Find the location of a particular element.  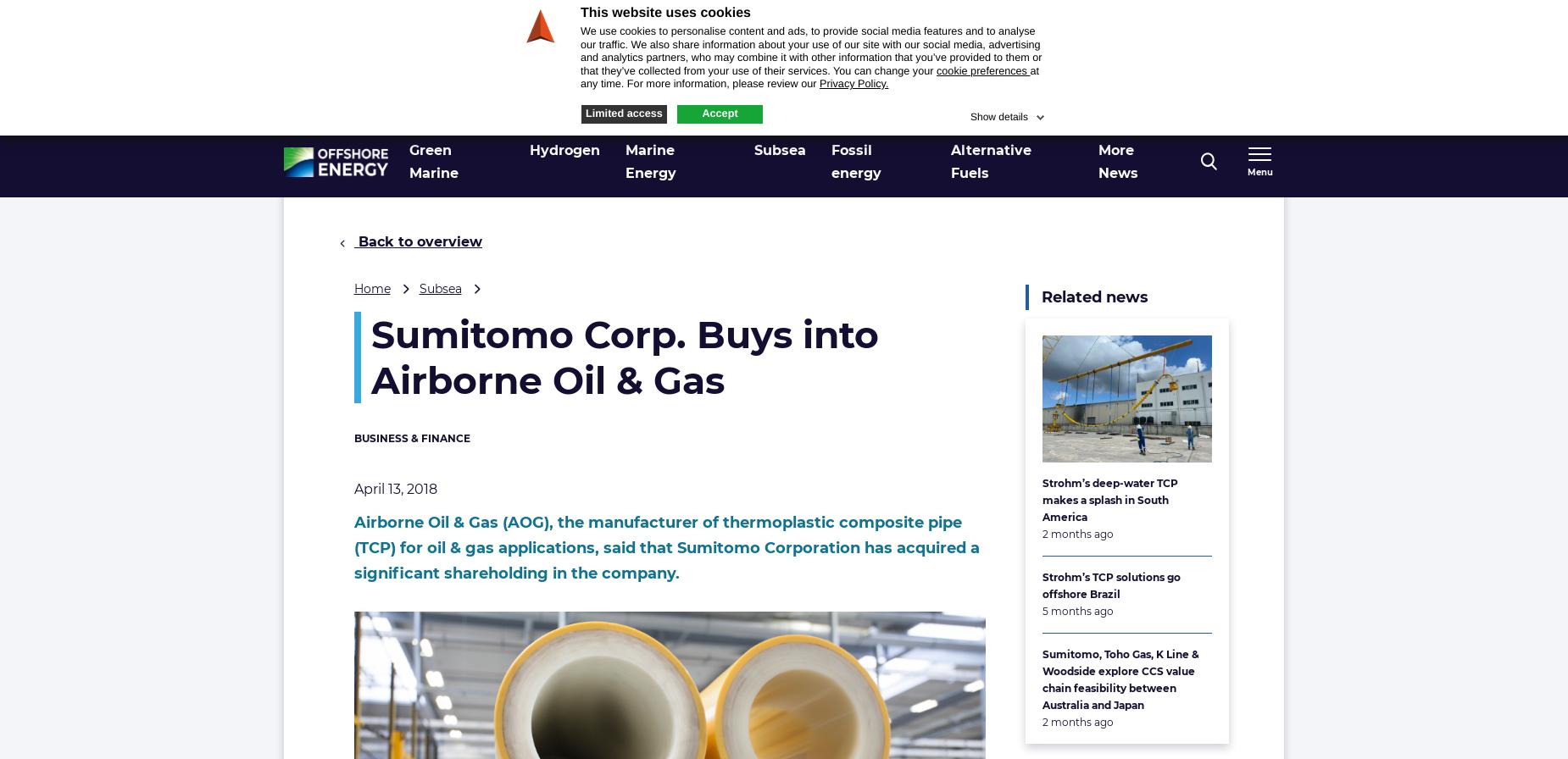

'We use cookies to personalise content and ads, to provide social media features and to analyse our traffic. We also share information about your use of our site with our social media, advertising and analytics partners, who may combine it with other information that you’ve provided to them or that they’ve collected from your use of their services. You can change your' is located at coordinates (810, 51).